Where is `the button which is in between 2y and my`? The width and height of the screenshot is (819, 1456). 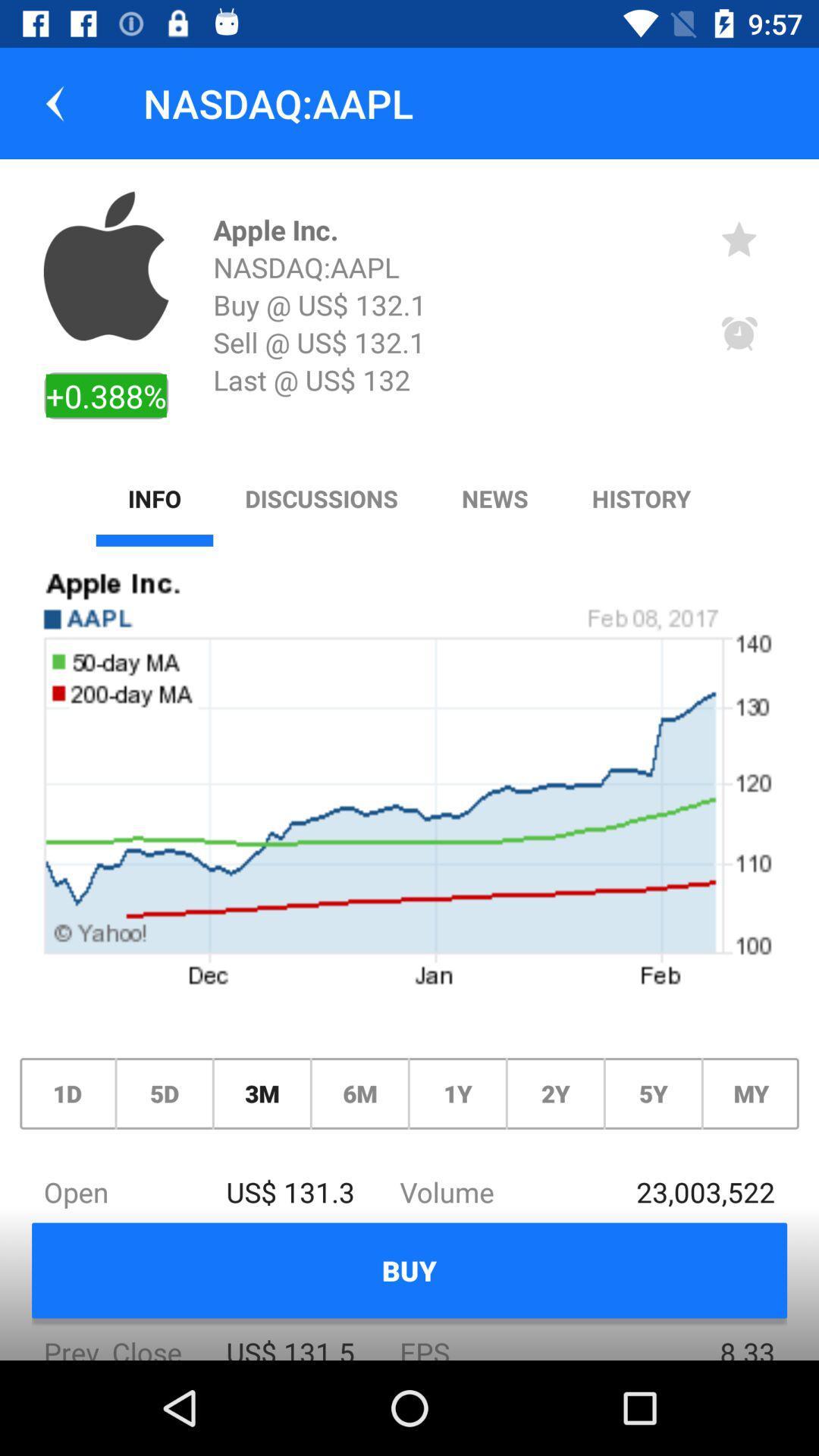 the button which is in between 2y and my is located at coordinates (652, 1094).